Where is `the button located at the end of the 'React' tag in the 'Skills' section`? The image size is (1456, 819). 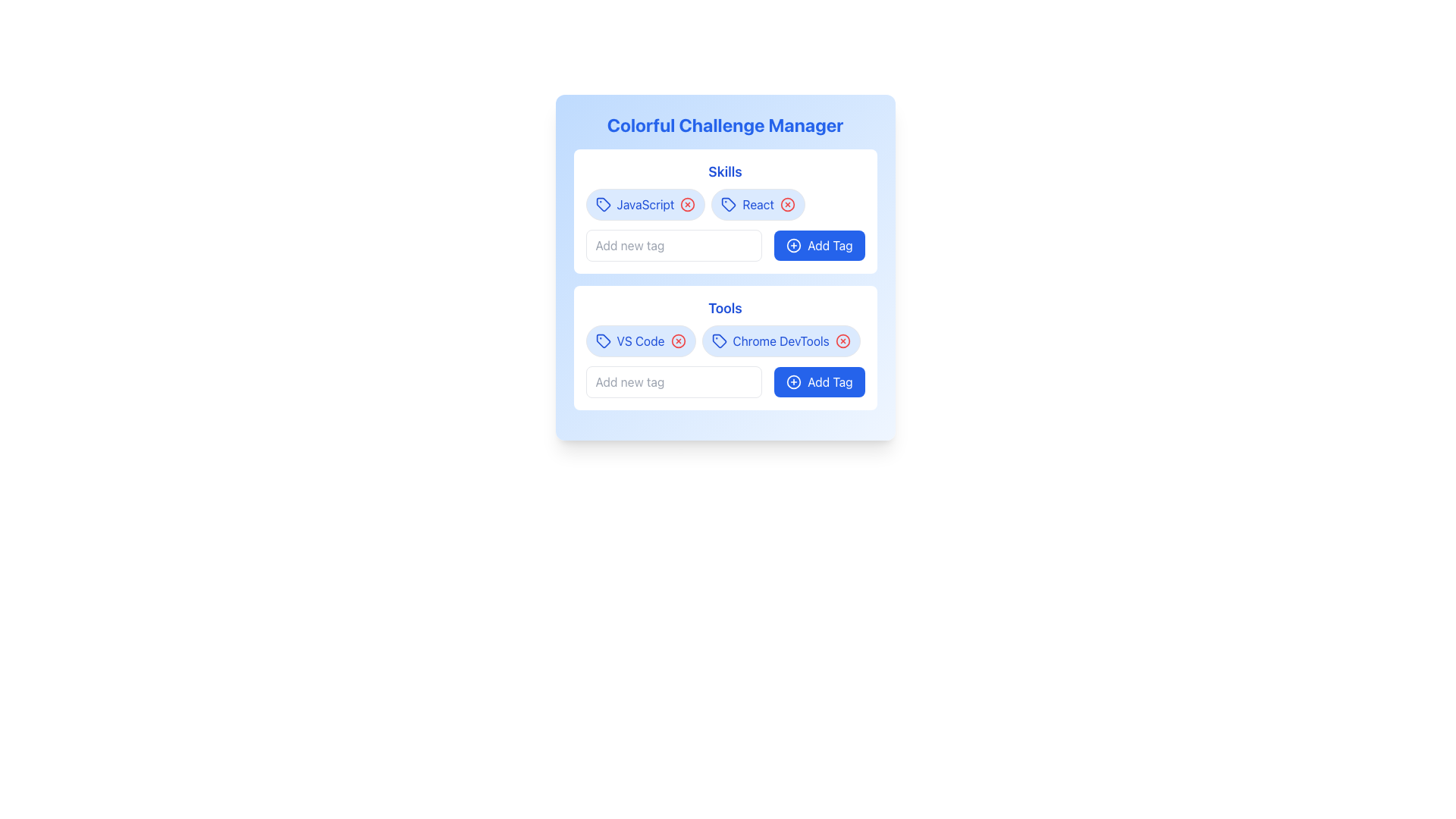 the button located at the end of the 'React' tag in the 'Skills' section is located at coordinates (788, 205).